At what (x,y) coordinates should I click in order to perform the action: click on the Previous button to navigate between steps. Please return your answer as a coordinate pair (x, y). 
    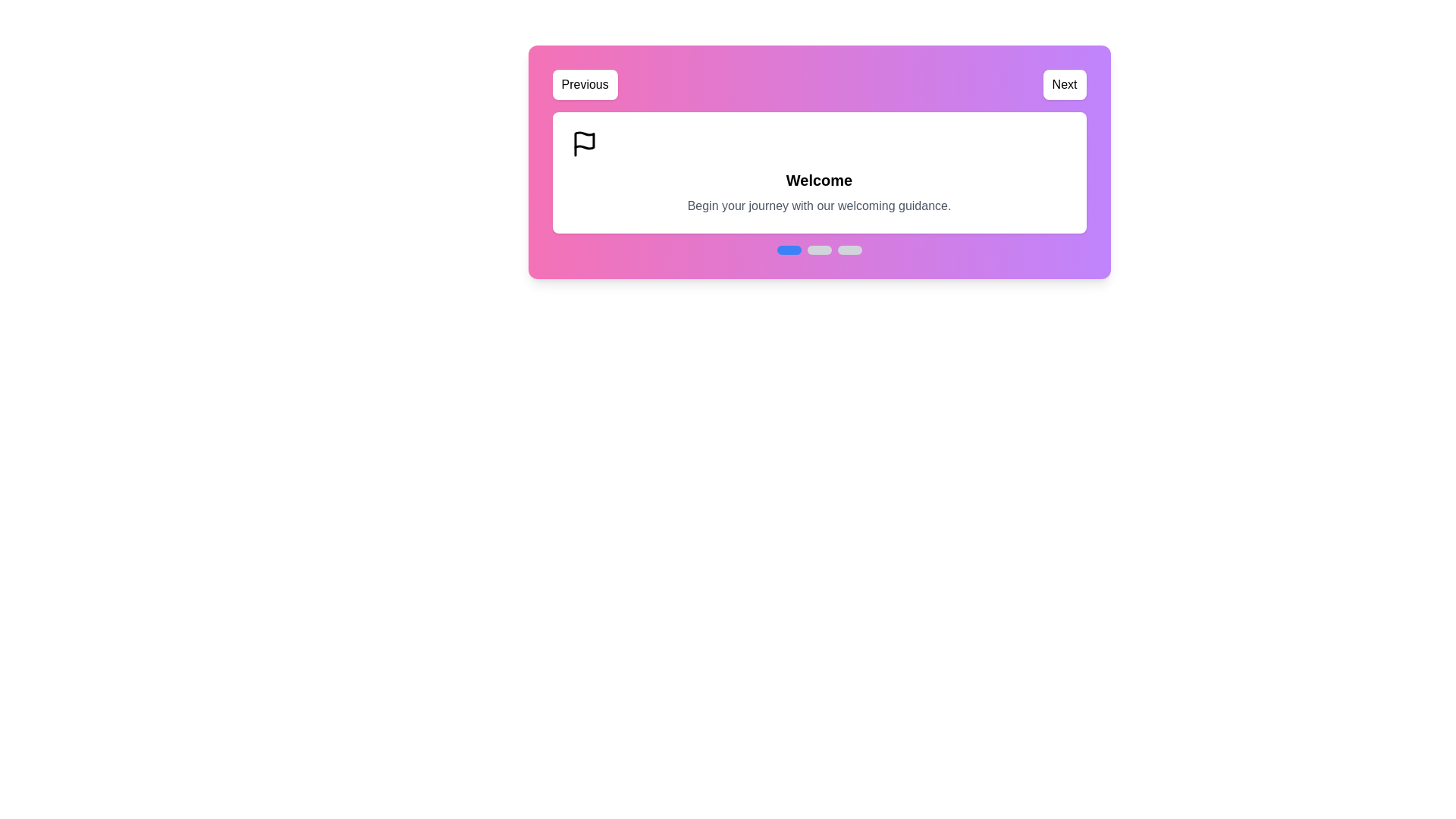
    Looking at the image, I should click on (584, 84).